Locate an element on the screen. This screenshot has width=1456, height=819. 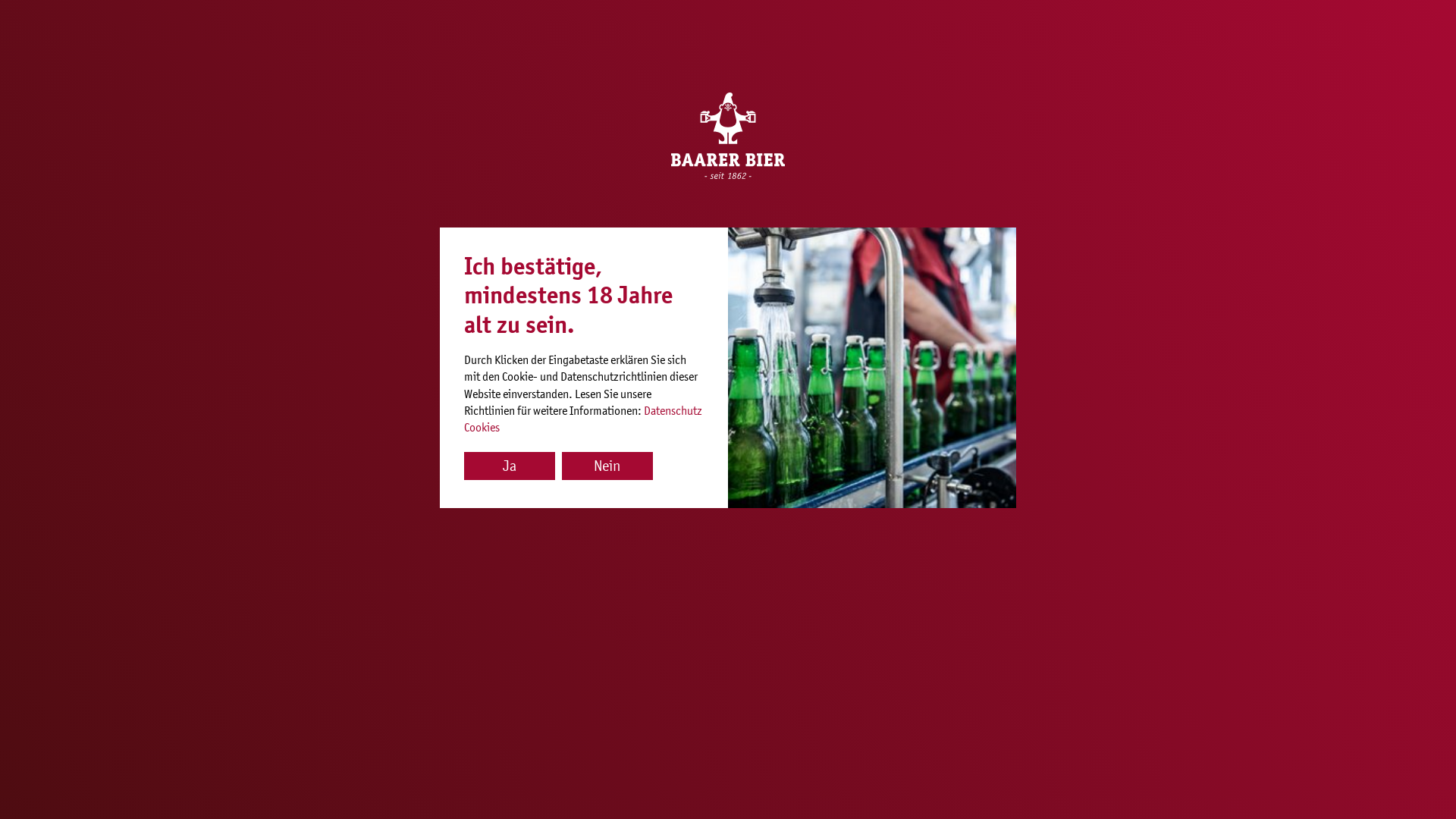
'Ja' is located at coordinates (511, 465).